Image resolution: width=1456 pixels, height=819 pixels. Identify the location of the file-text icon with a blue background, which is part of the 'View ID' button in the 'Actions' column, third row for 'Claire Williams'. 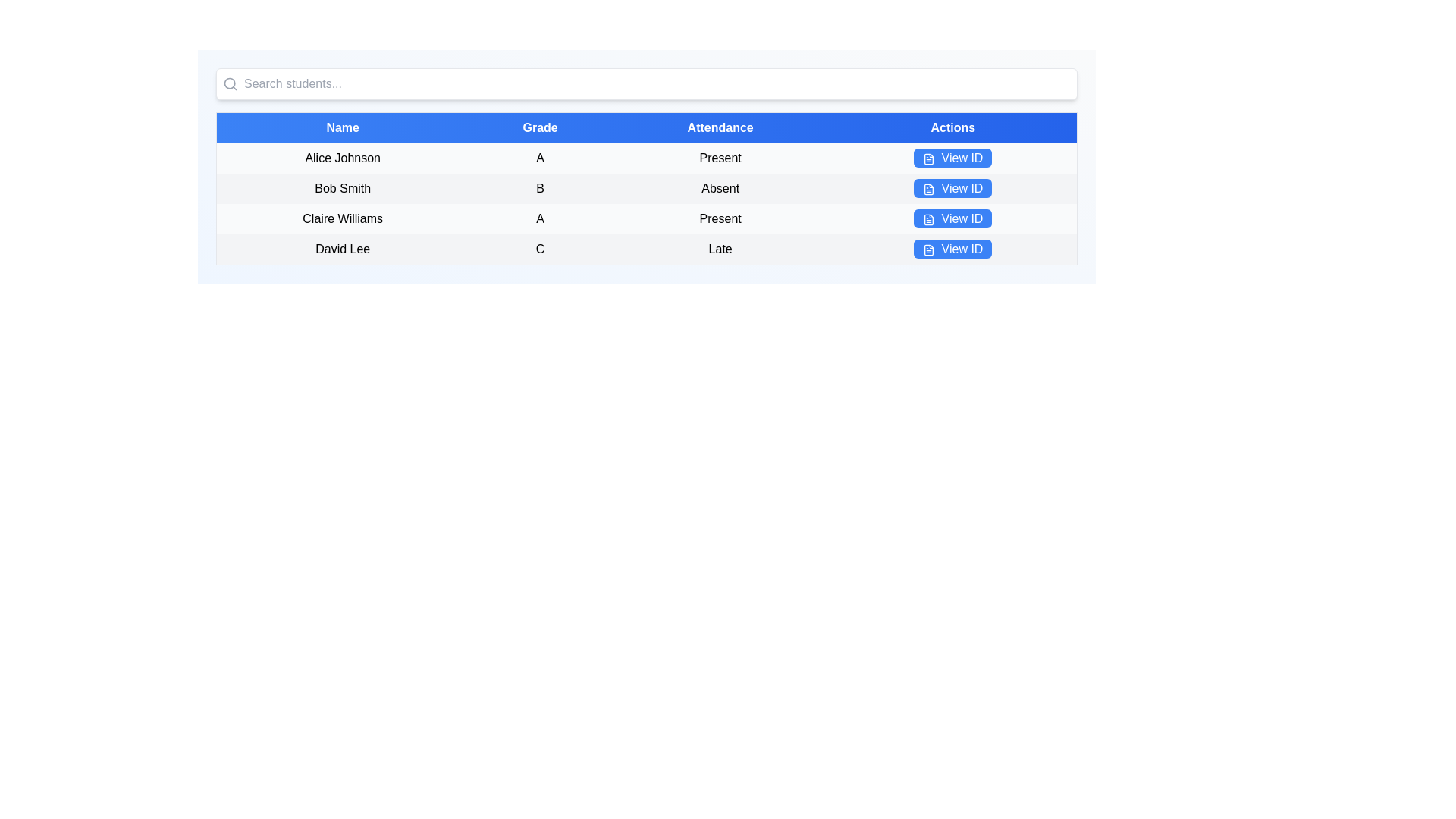
(928, 219).